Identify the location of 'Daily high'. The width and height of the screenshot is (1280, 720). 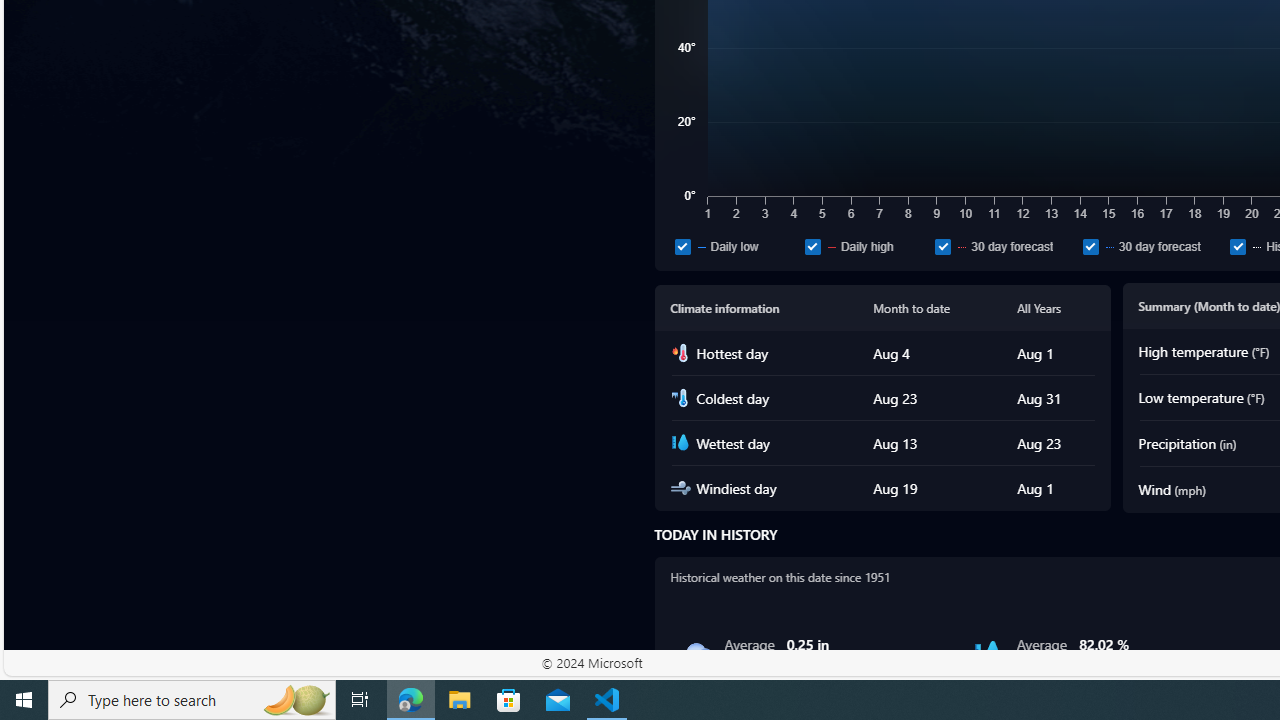
(812, 245).